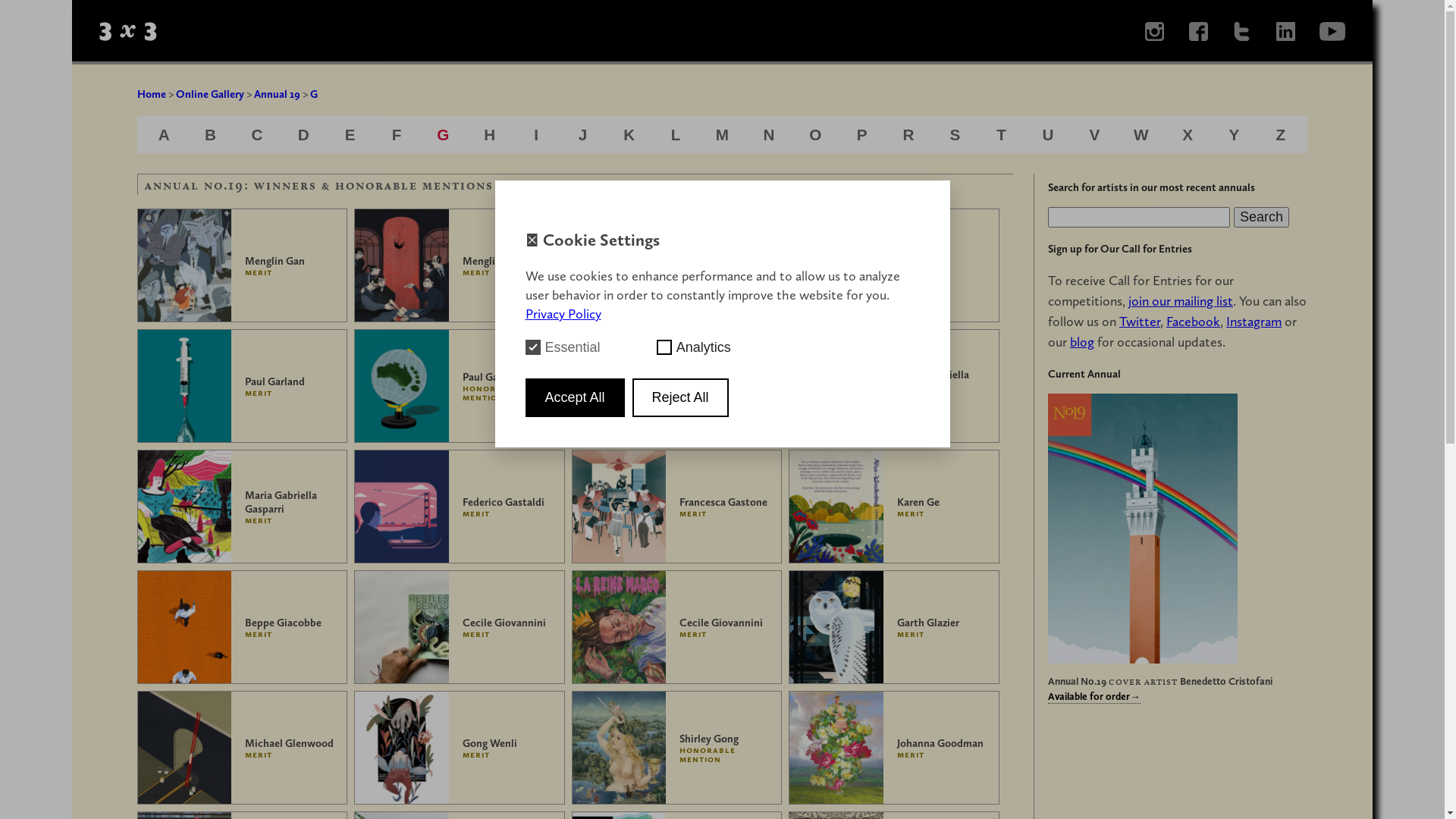 Image resolution: width=1456 pixels, height=819 pixels. What do you see at coordinates (894, 506) in the screenshot?
I see `'Karen Ge` at bounding box center [894, 506].